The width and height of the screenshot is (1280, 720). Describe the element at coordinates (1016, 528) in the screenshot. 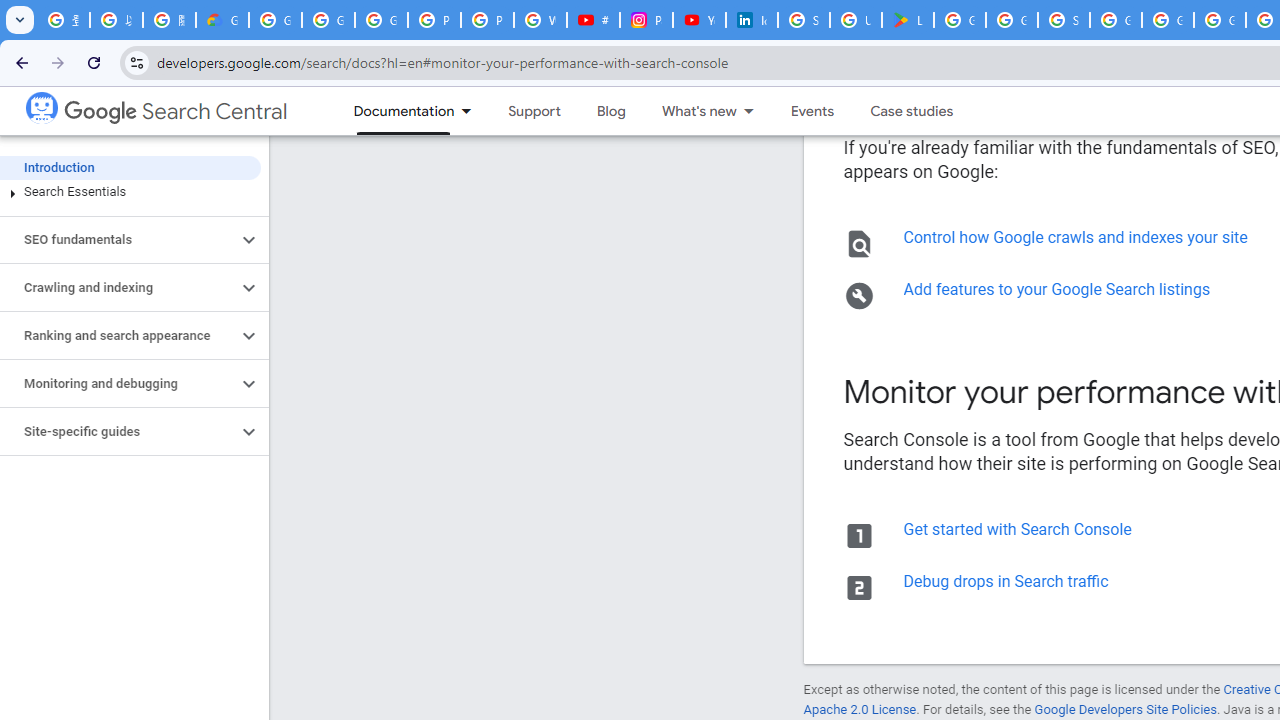

I see `'Get started with Search Console'` at that location.